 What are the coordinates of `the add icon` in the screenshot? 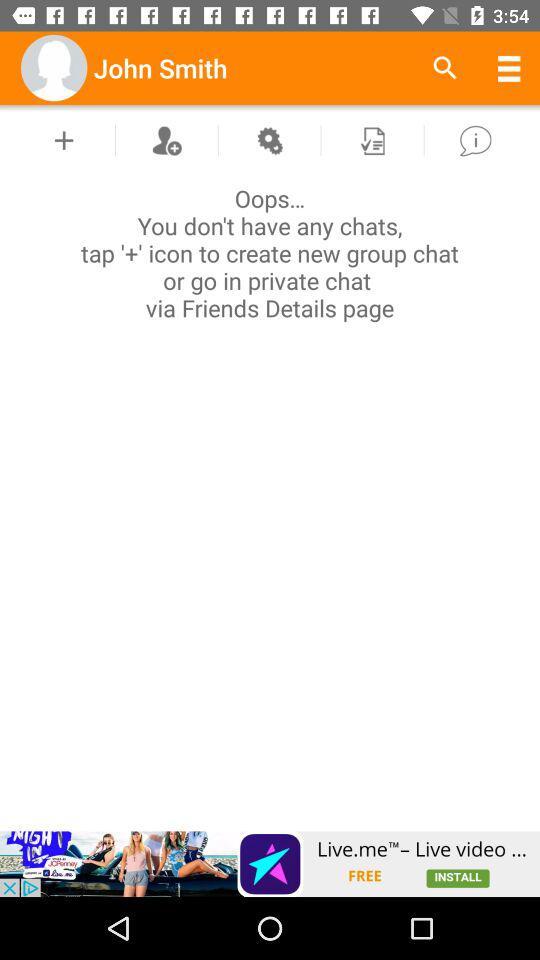 It's located at (64, 139).